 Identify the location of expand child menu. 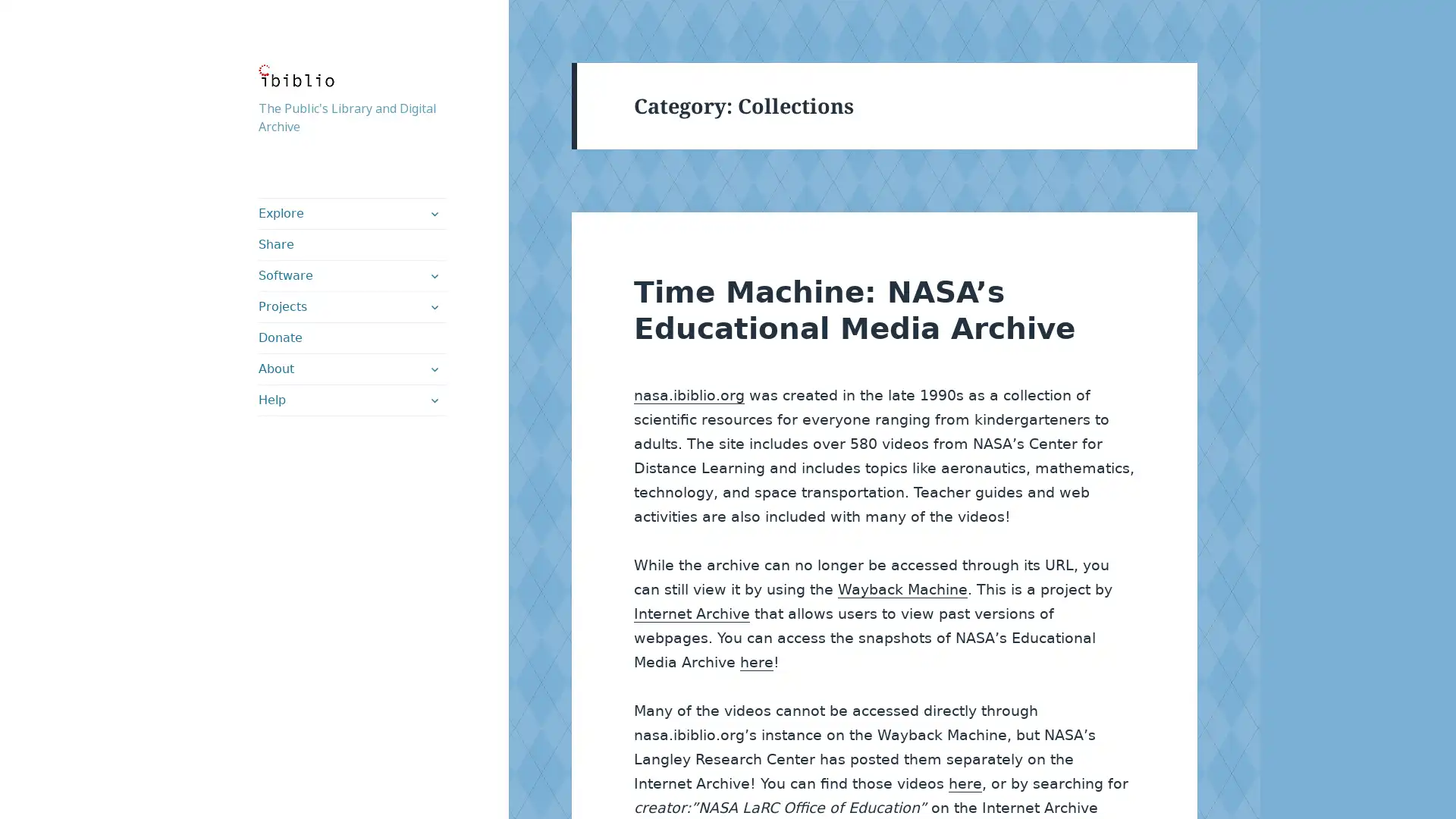
(432, 307).